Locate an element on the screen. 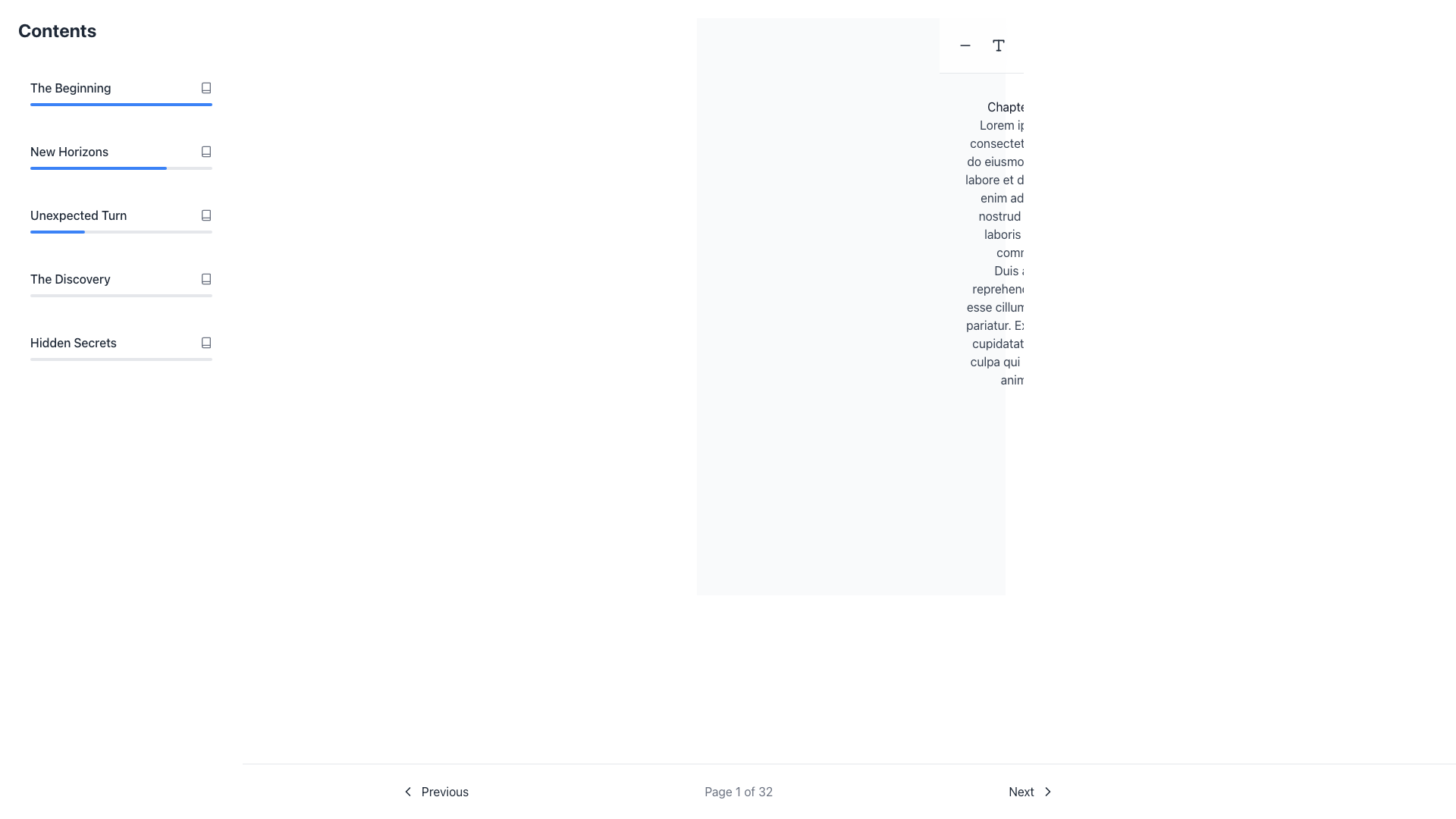 This screenshot has height=819, width=1456. the fifth List Item in the 'Contents' section is located at coordinates (120, 347).